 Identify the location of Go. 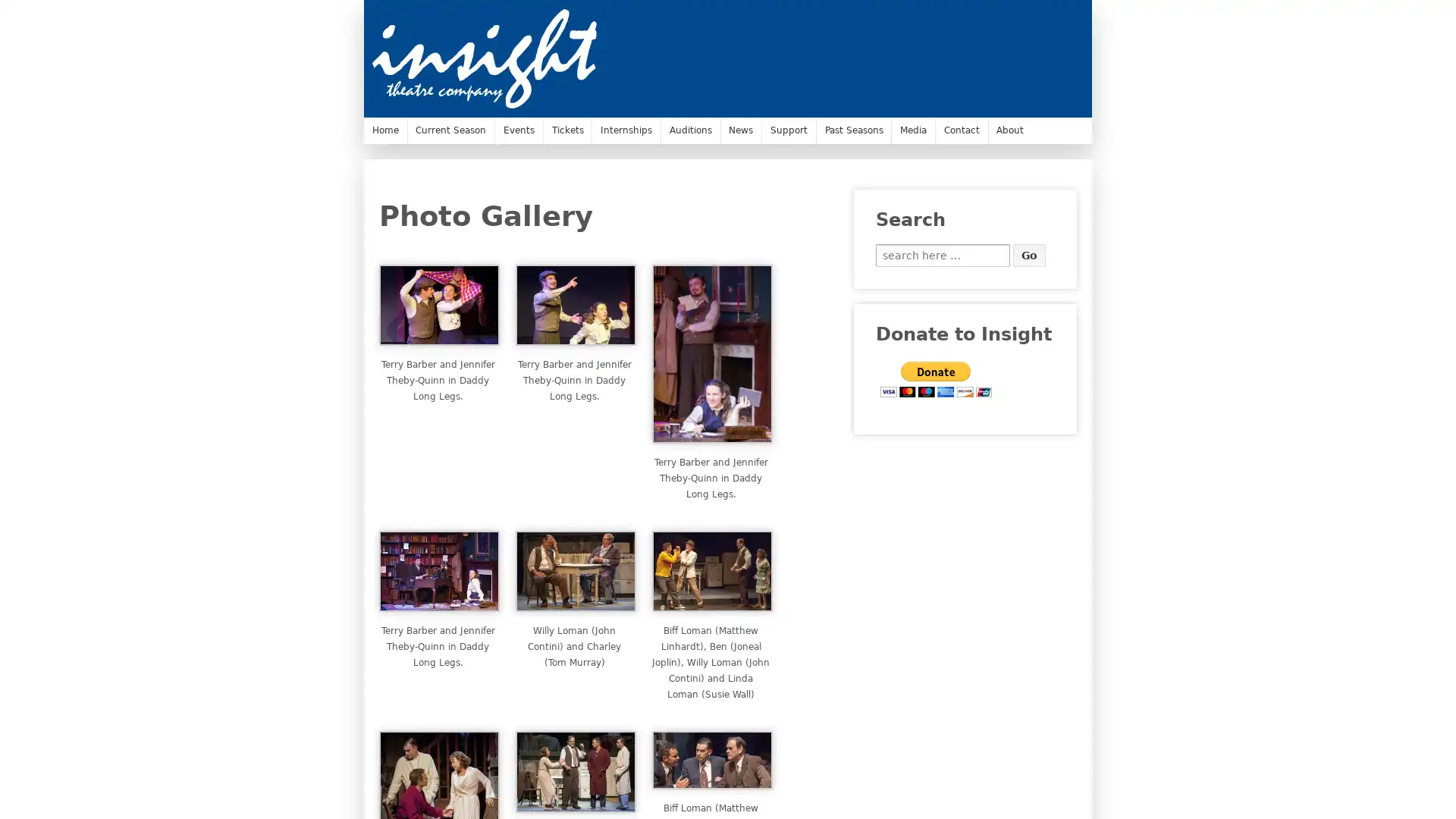
(1029, 254).